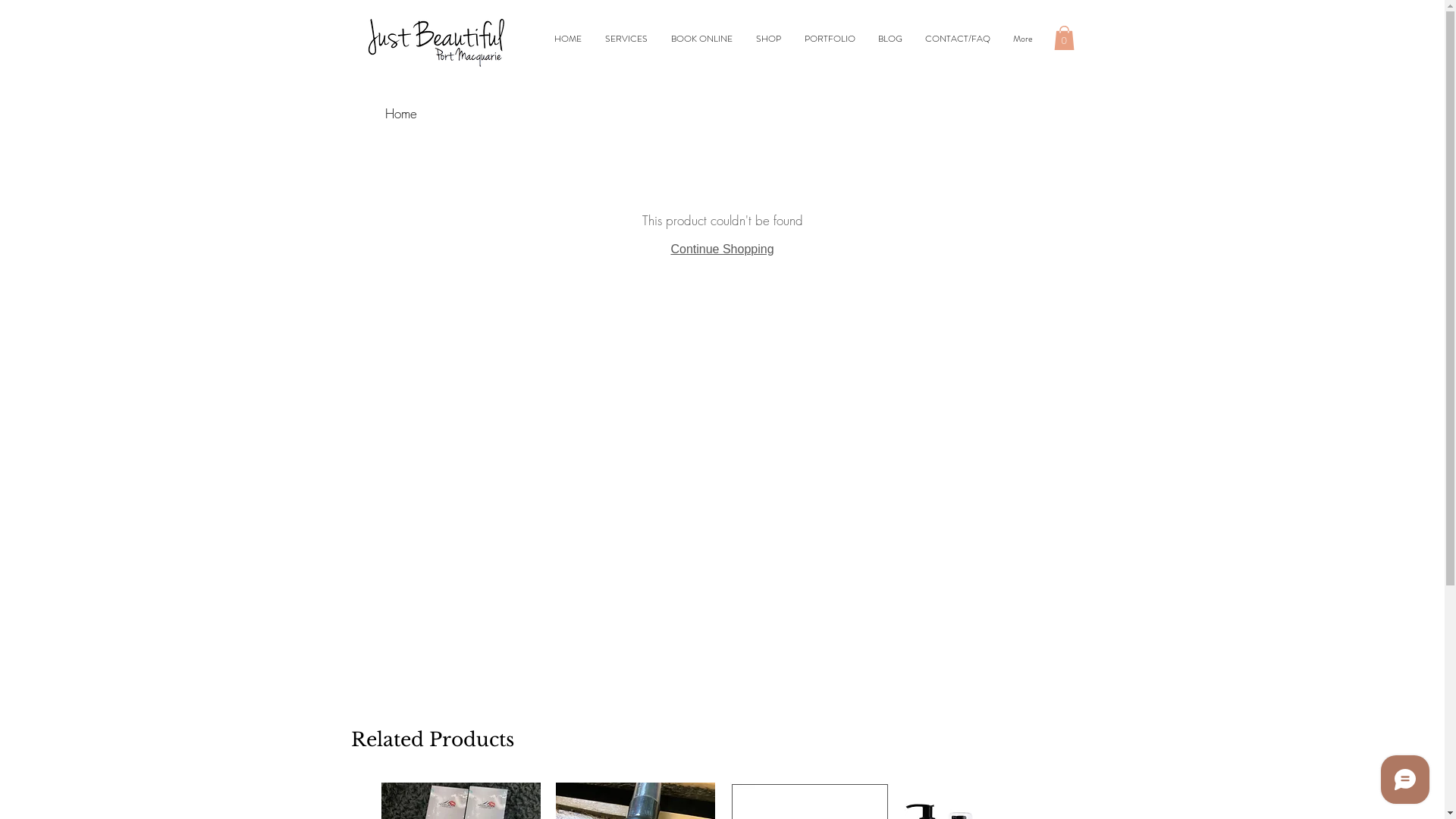  Describe the element at coordinates (745, 37) in the screenshot. I see `'SHOP'` at that location.